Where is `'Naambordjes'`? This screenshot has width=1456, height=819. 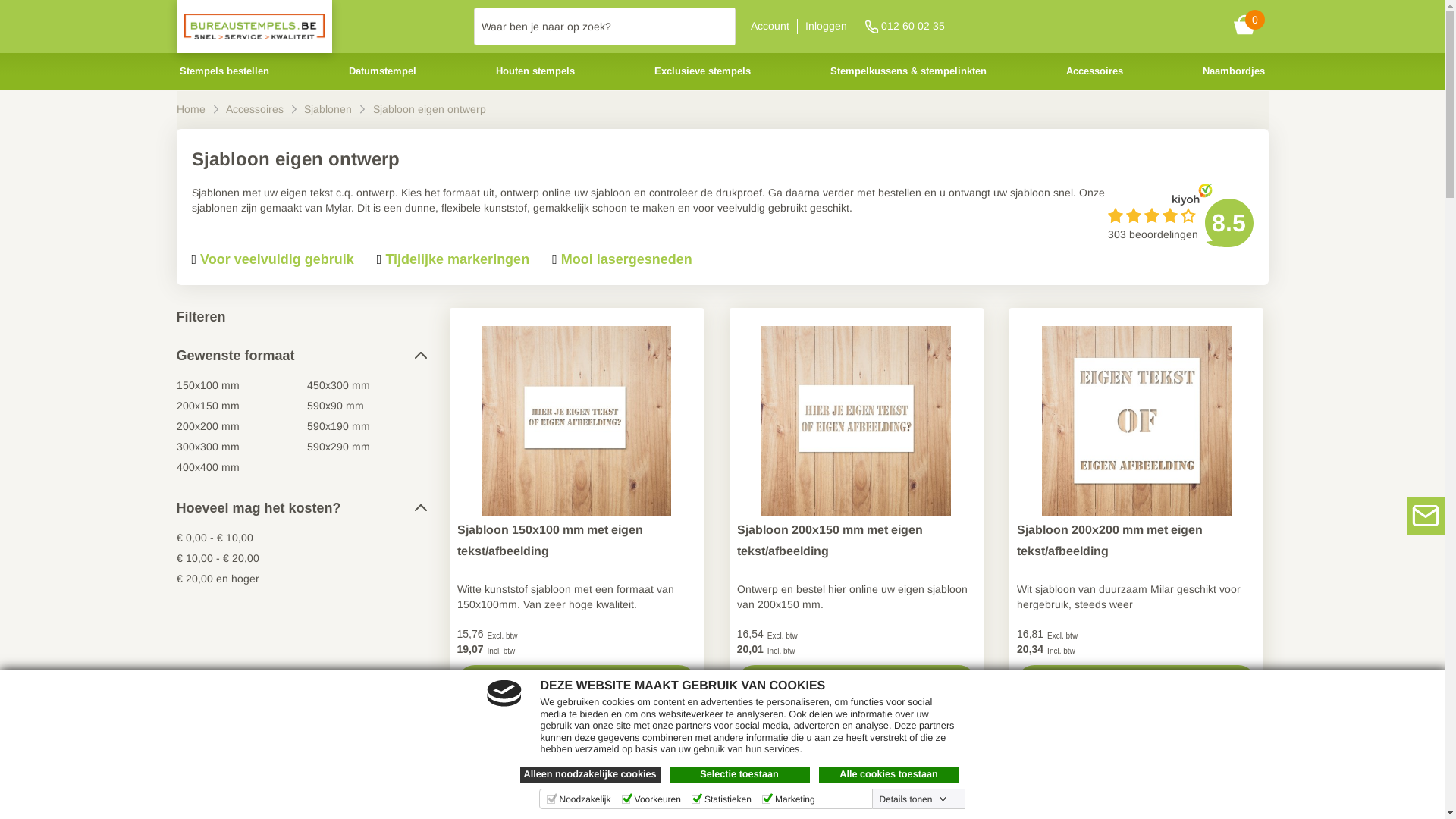
'Naambordjes' is located at coordinates (1234, 71).